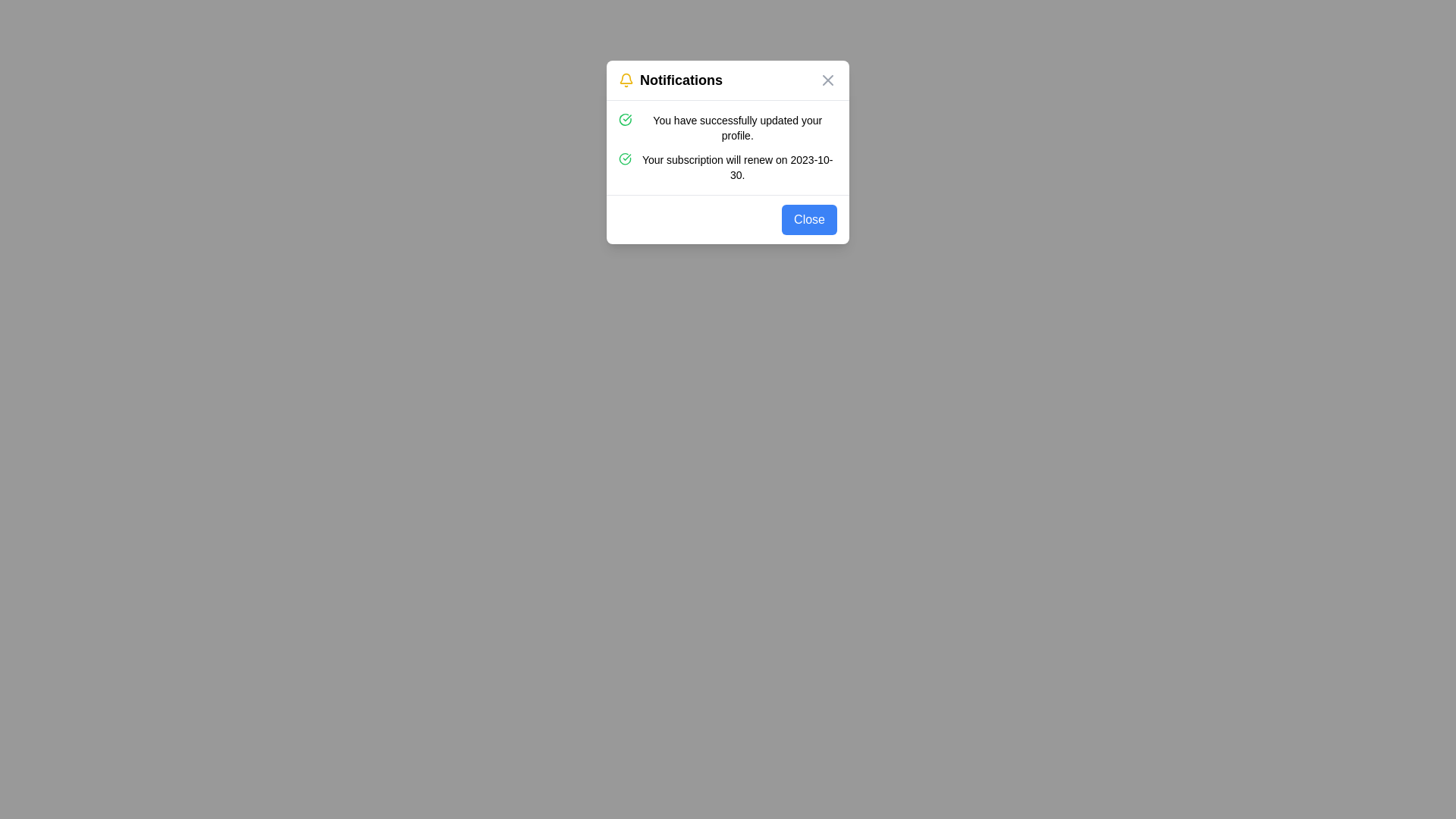 The image size is (1456, 819). Describe the element at coordinates (827, 80) in the screenshot. I see `the close button located at the far right end of the header section of the notification modal to change its color` at that location.